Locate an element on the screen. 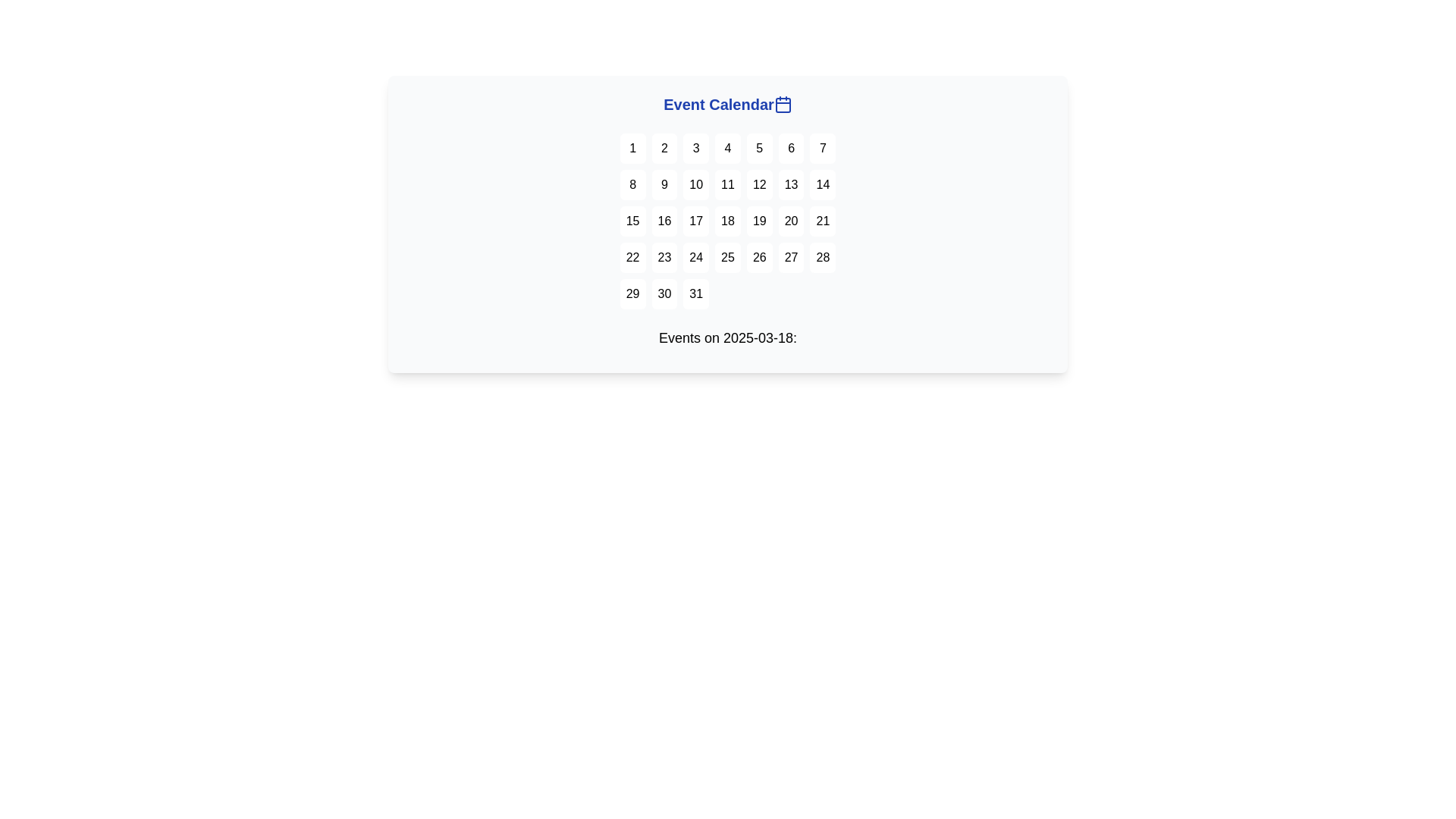 Image resolution: width=1456 pixels, height=819 pixels. the calendar icon styled in blue, located next to the text 'Event Calendar' is located at coordinates (783, 104).